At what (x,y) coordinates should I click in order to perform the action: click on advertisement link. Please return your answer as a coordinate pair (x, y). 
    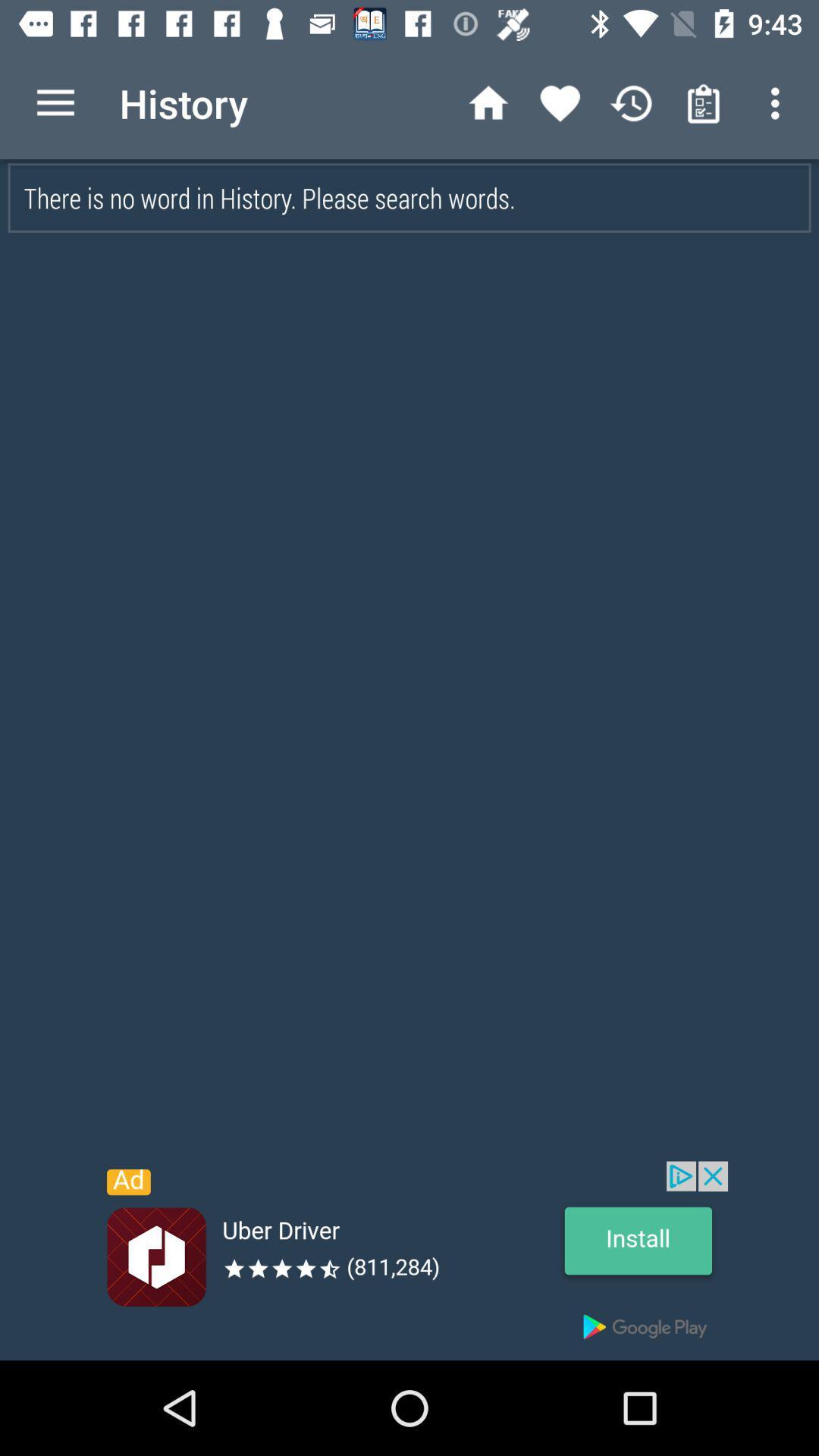
    Looking at the image, I should click on (409, 1260).